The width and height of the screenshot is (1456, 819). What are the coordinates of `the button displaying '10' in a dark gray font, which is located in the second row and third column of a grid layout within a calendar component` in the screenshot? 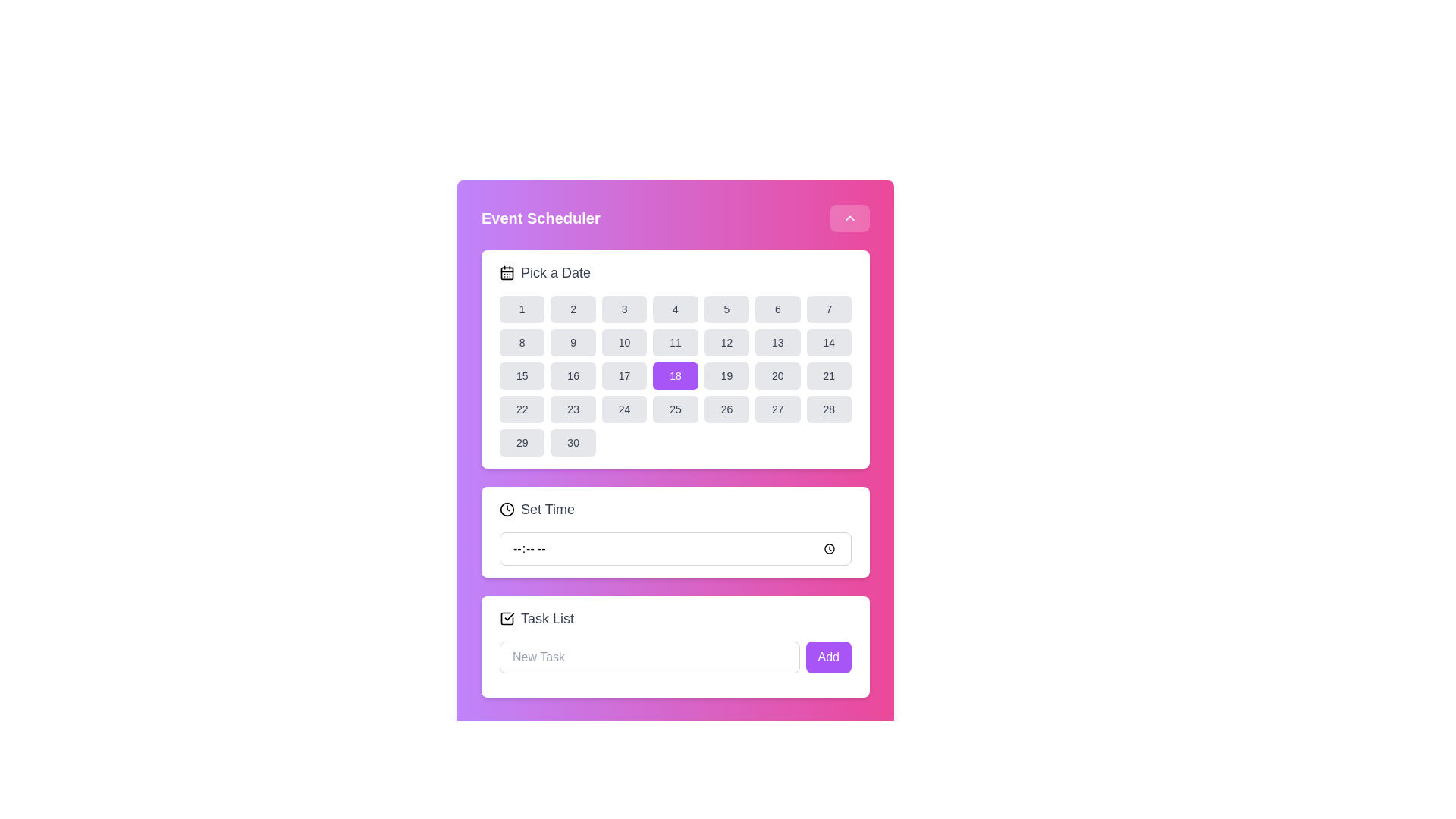 It's located at (624, 342).